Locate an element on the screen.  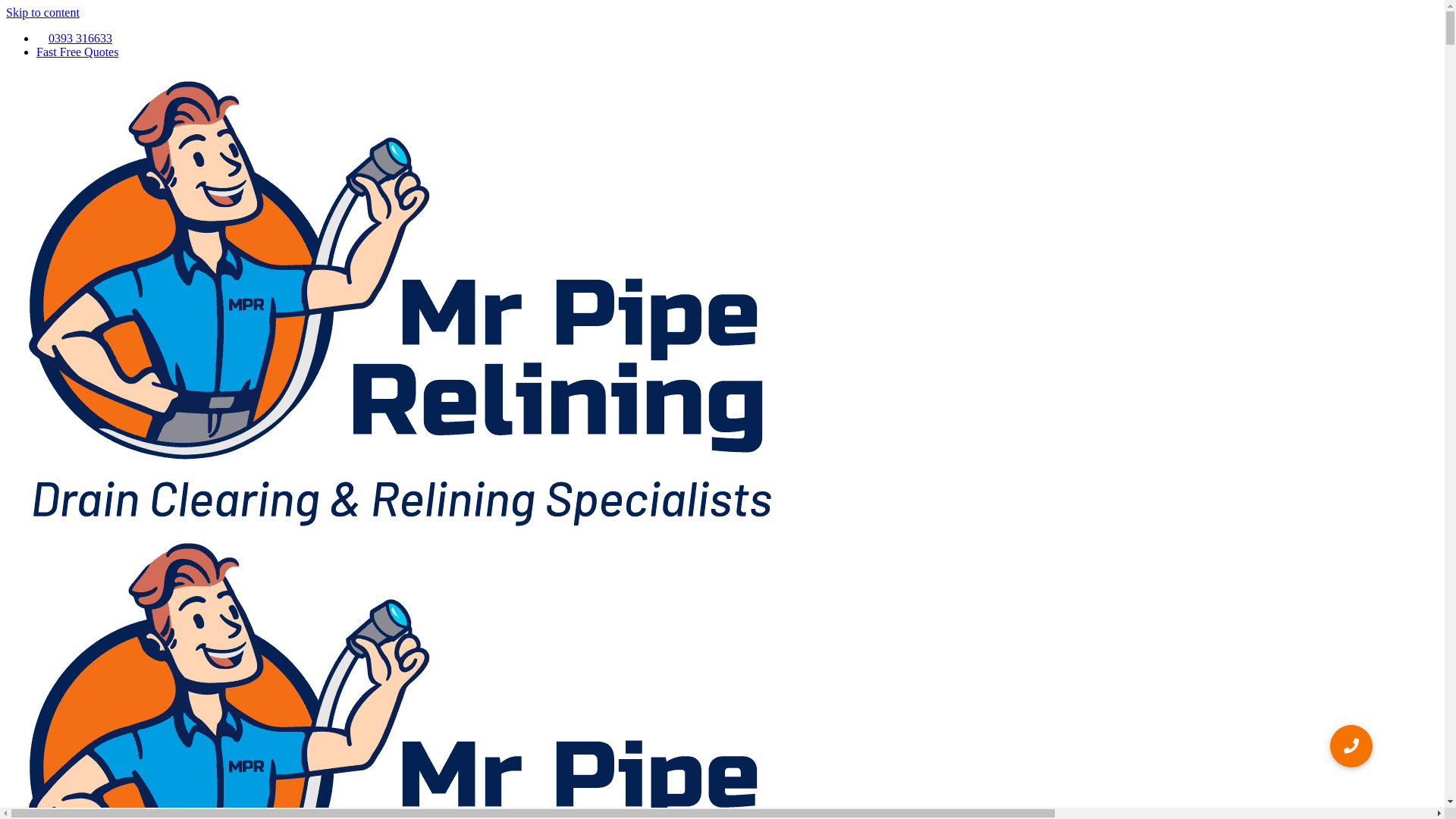
'Skip to content' is located at coordinates (42, 12).